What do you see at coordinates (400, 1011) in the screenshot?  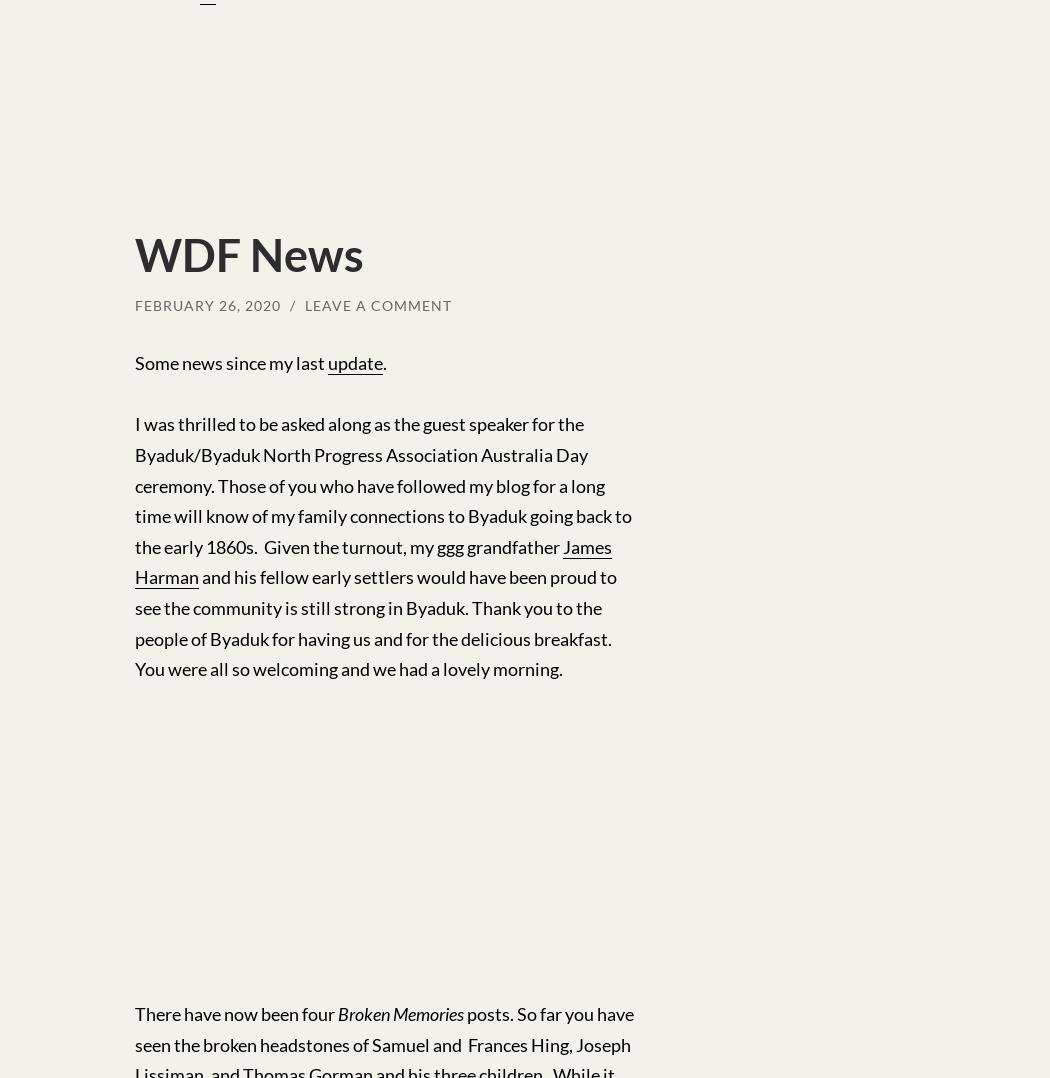 I see `'Broken Memories'` at bounding box center [400, 1011].